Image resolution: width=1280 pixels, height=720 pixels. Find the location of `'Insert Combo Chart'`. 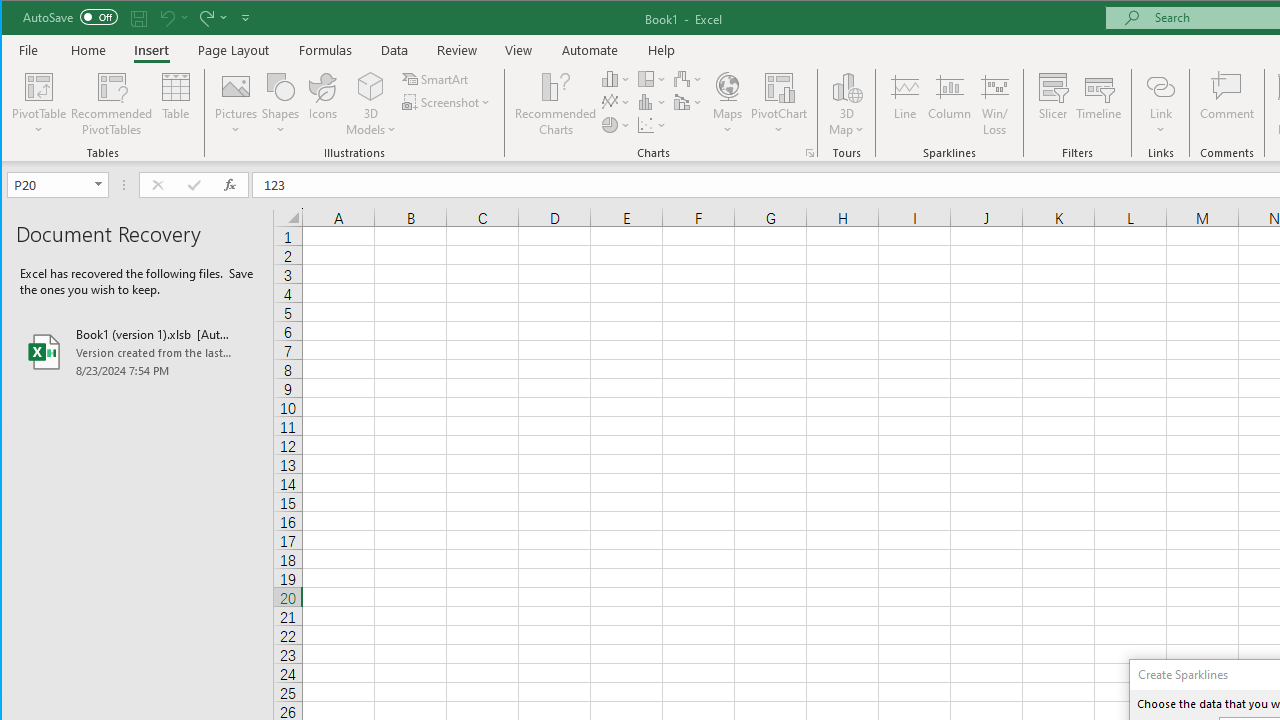

'Insert Combo Chart' is located at coordinates (688, 102).